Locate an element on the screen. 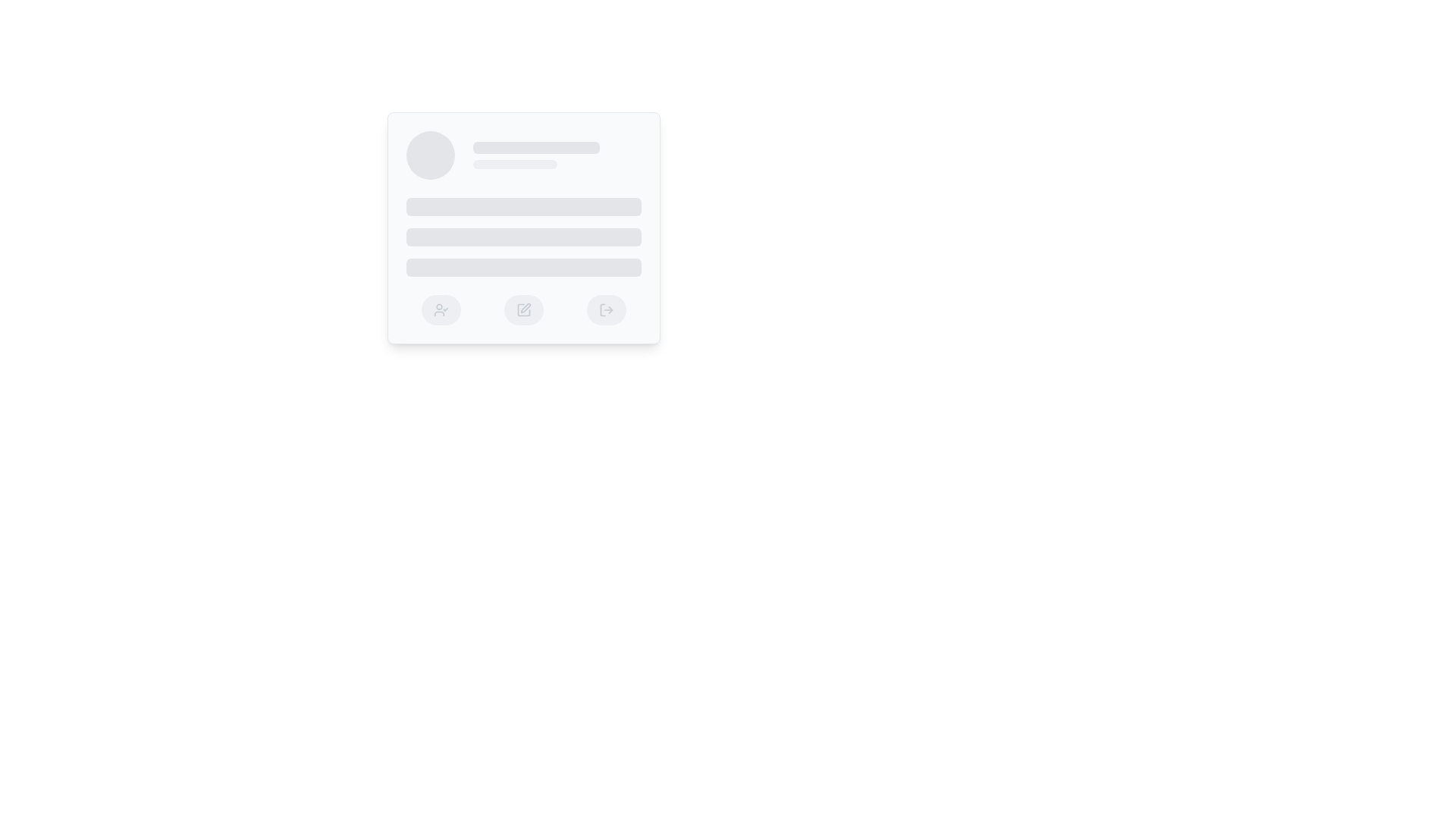 The image size is (1456, 819). the second horizontal Loading Placeholder Bar, which serves as a loading indicator for content, located centrally within the panel is located at coordinates (524, 237).